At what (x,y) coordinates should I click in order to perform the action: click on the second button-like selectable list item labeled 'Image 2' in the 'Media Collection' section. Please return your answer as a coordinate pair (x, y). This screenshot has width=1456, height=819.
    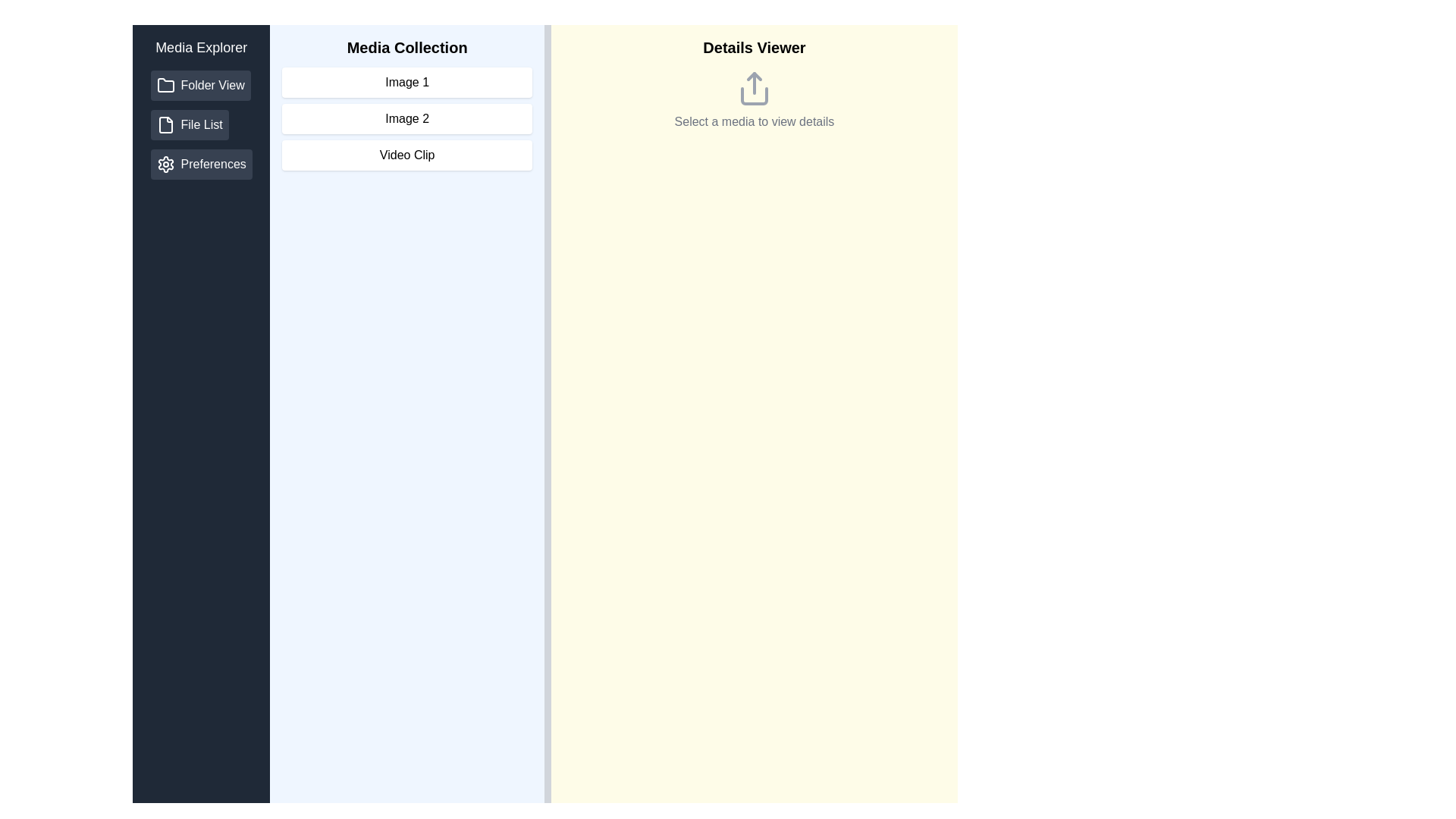
    Looking at the image, I should click on (407, 118).